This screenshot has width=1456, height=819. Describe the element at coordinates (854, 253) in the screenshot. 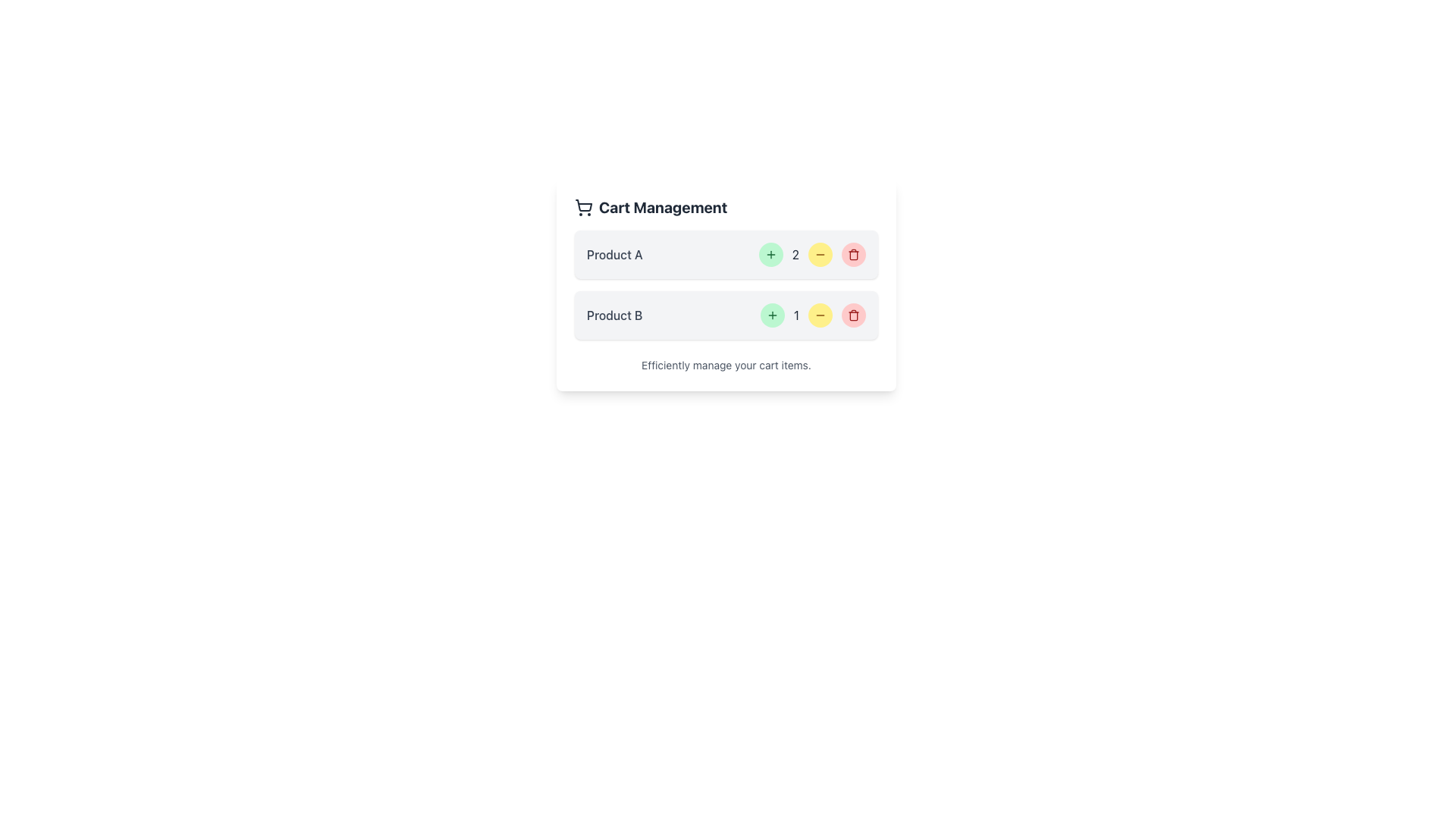

I see `the circular red button with a trash can icon` at that location.